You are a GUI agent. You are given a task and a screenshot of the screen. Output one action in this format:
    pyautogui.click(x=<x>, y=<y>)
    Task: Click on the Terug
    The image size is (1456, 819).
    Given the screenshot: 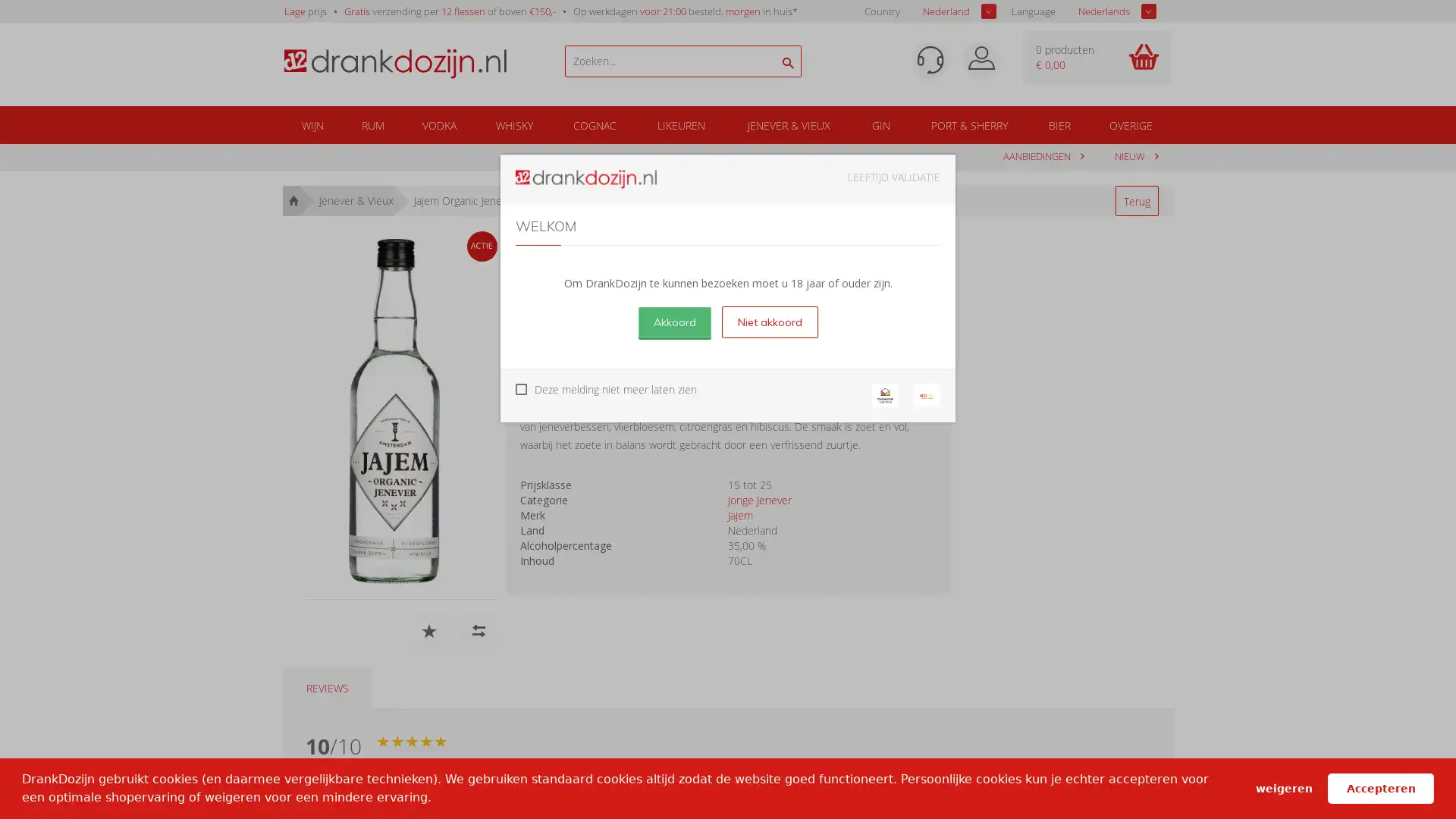 What is the action you would take?
    pyautogui.click(x=1136, y=200)
    